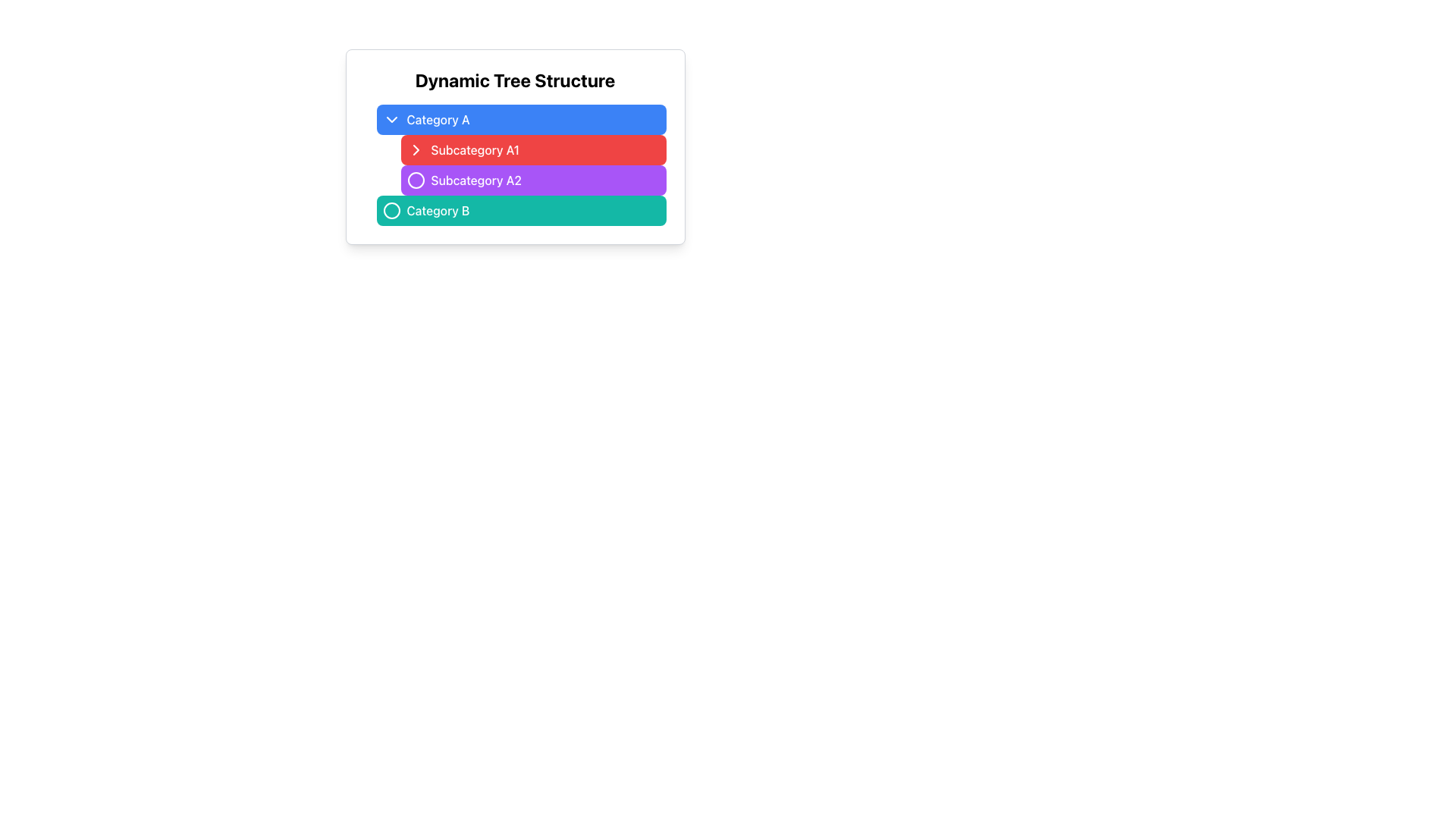  What do you see at coordinates (521, 119) in the screenshot?
I see `the blue rectangular button labeled 'Category A' with rounded corners` at bounding box center [521, 119].